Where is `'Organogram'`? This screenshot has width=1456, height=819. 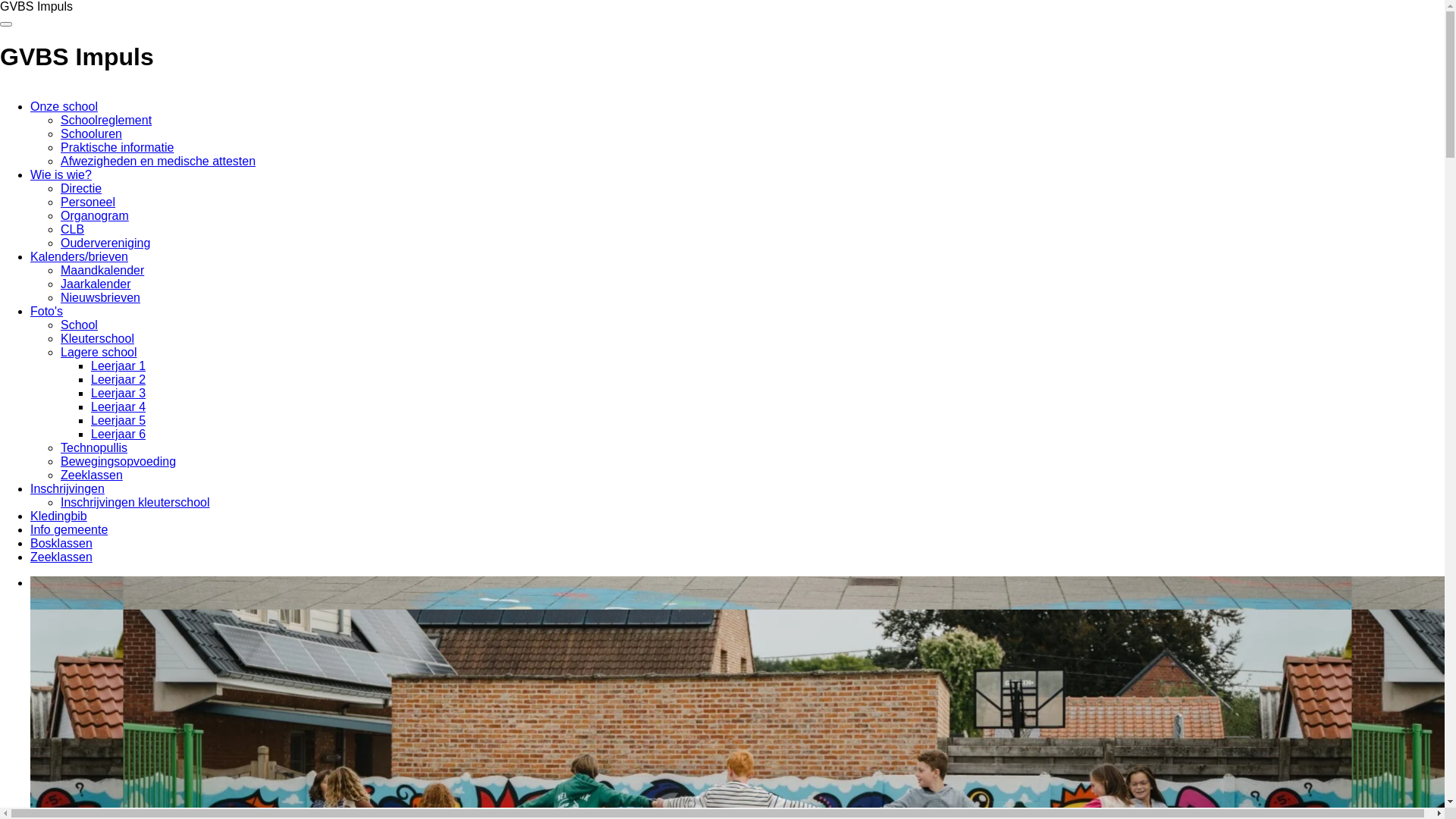
'Organogram' is located at coordinates (61, 215).